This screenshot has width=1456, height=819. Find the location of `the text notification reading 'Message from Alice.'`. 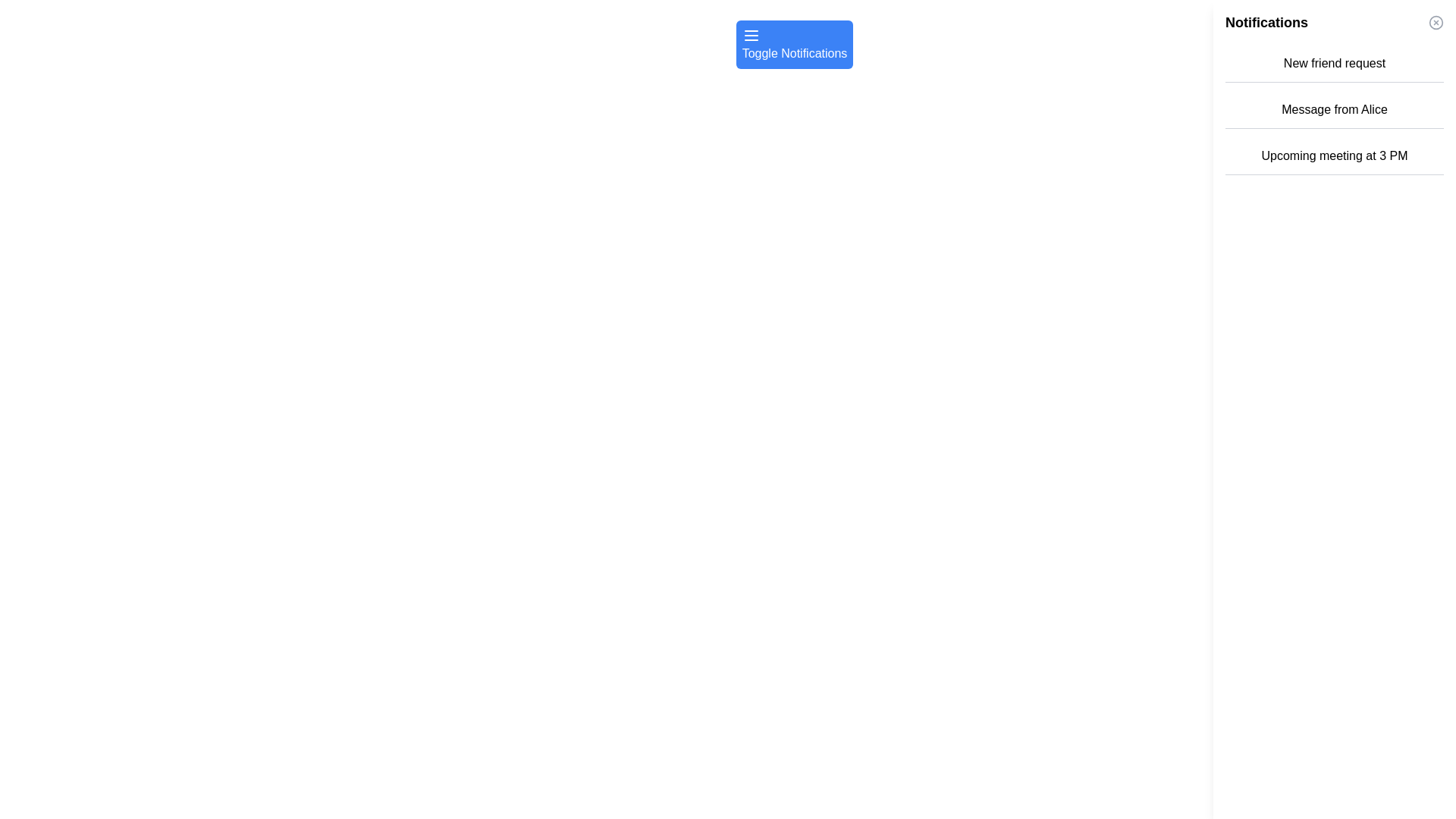

the text notification reading 'Message from Alice.' is located at coordinates (1335, 109).